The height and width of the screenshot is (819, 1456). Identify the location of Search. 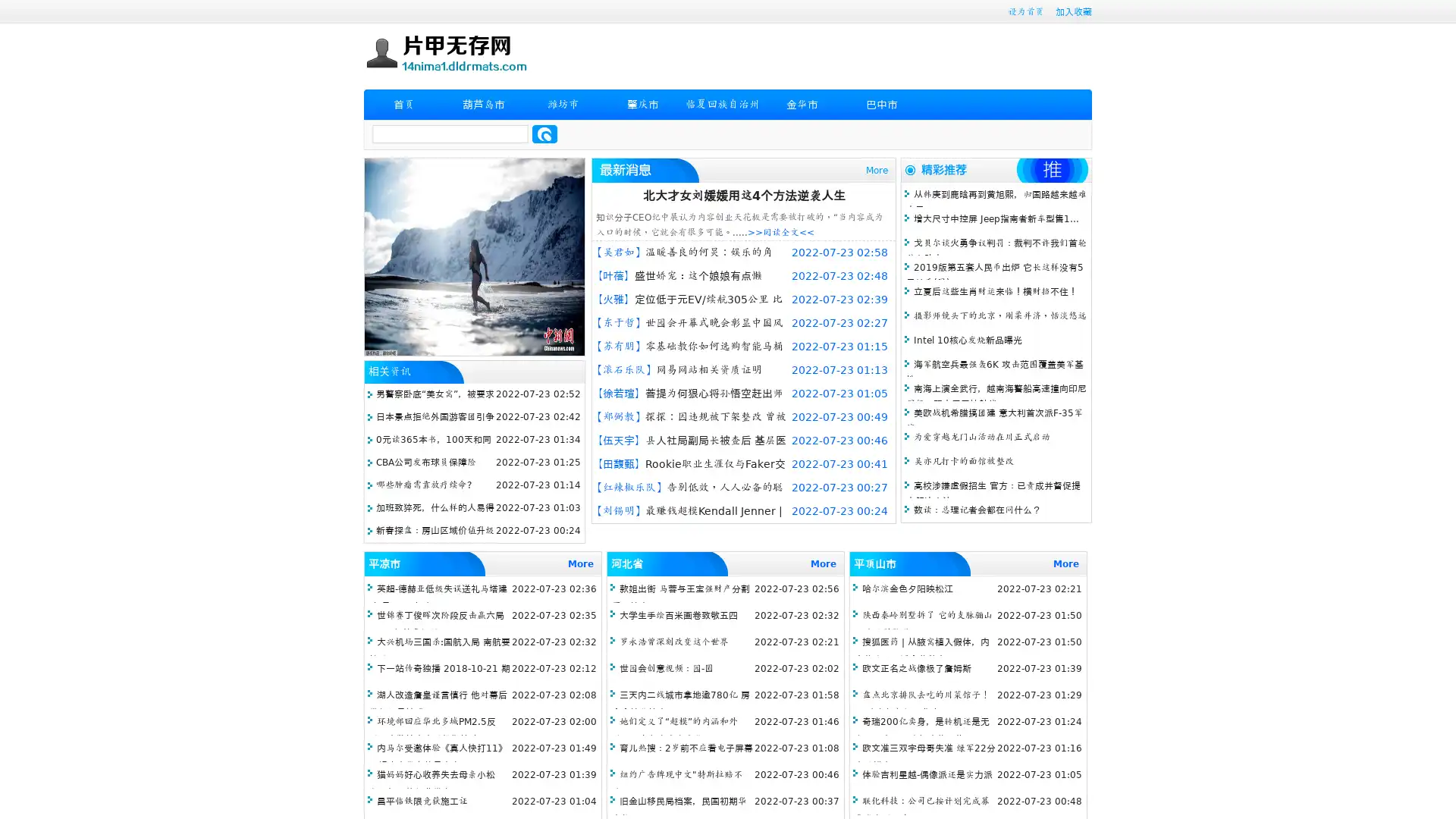
(544, 133).